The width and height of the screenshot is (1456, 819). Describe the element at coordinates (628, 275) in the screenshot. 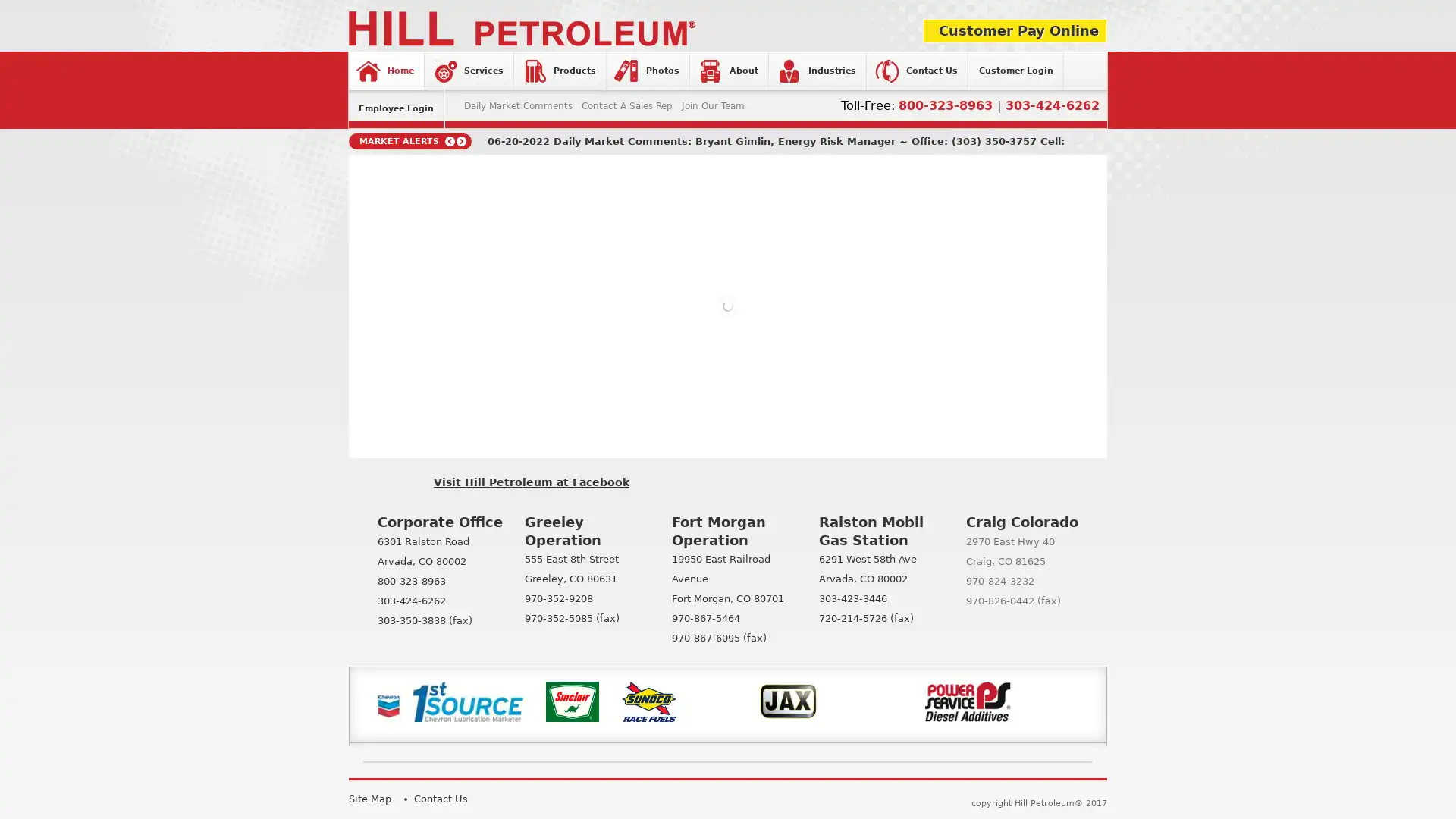

I see `Login` at that location.